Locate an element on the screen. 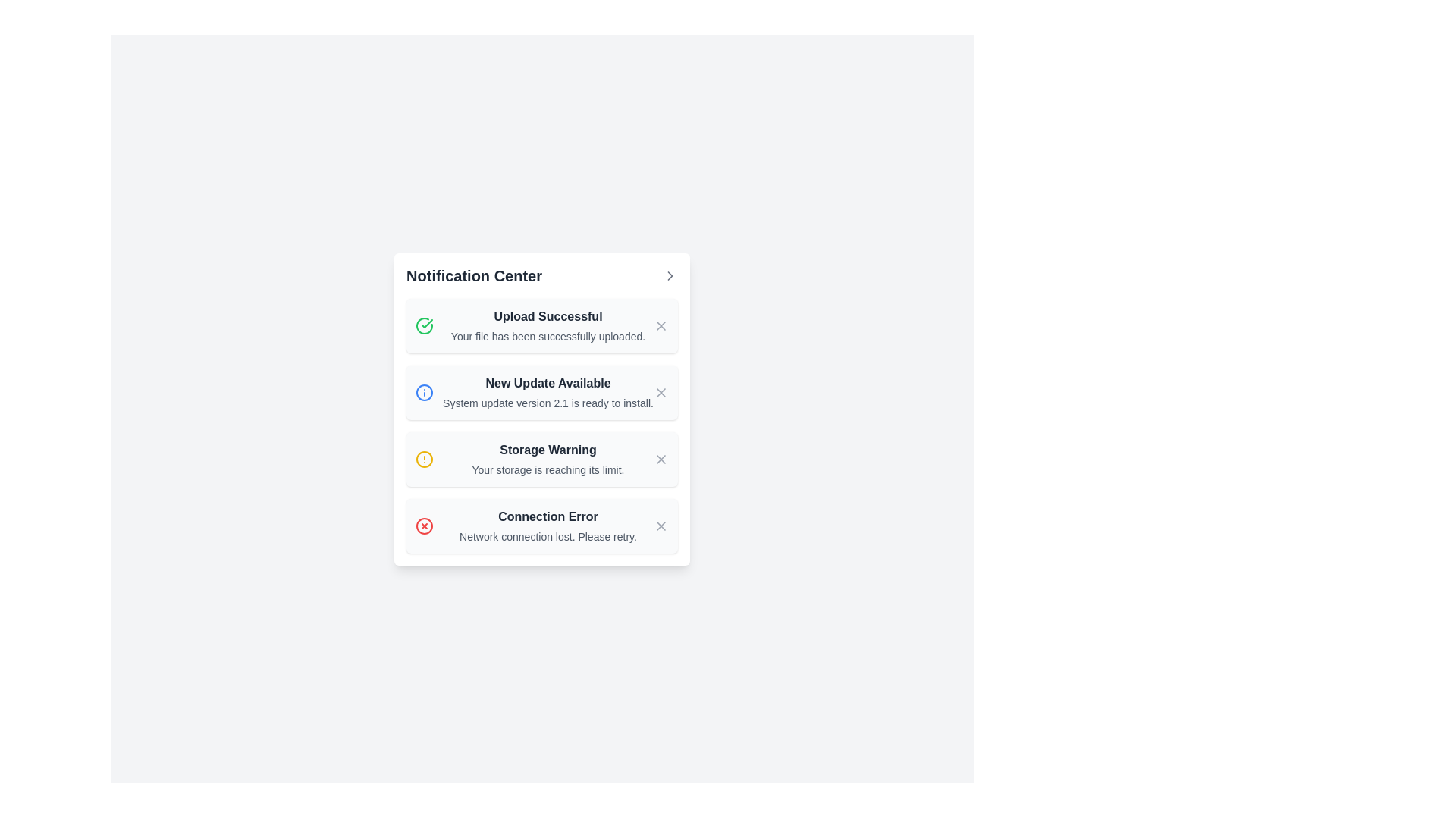  the dismiss button located at the top-right corner of the 'Upload Successful' notification card is located at coordinates (661, 325).